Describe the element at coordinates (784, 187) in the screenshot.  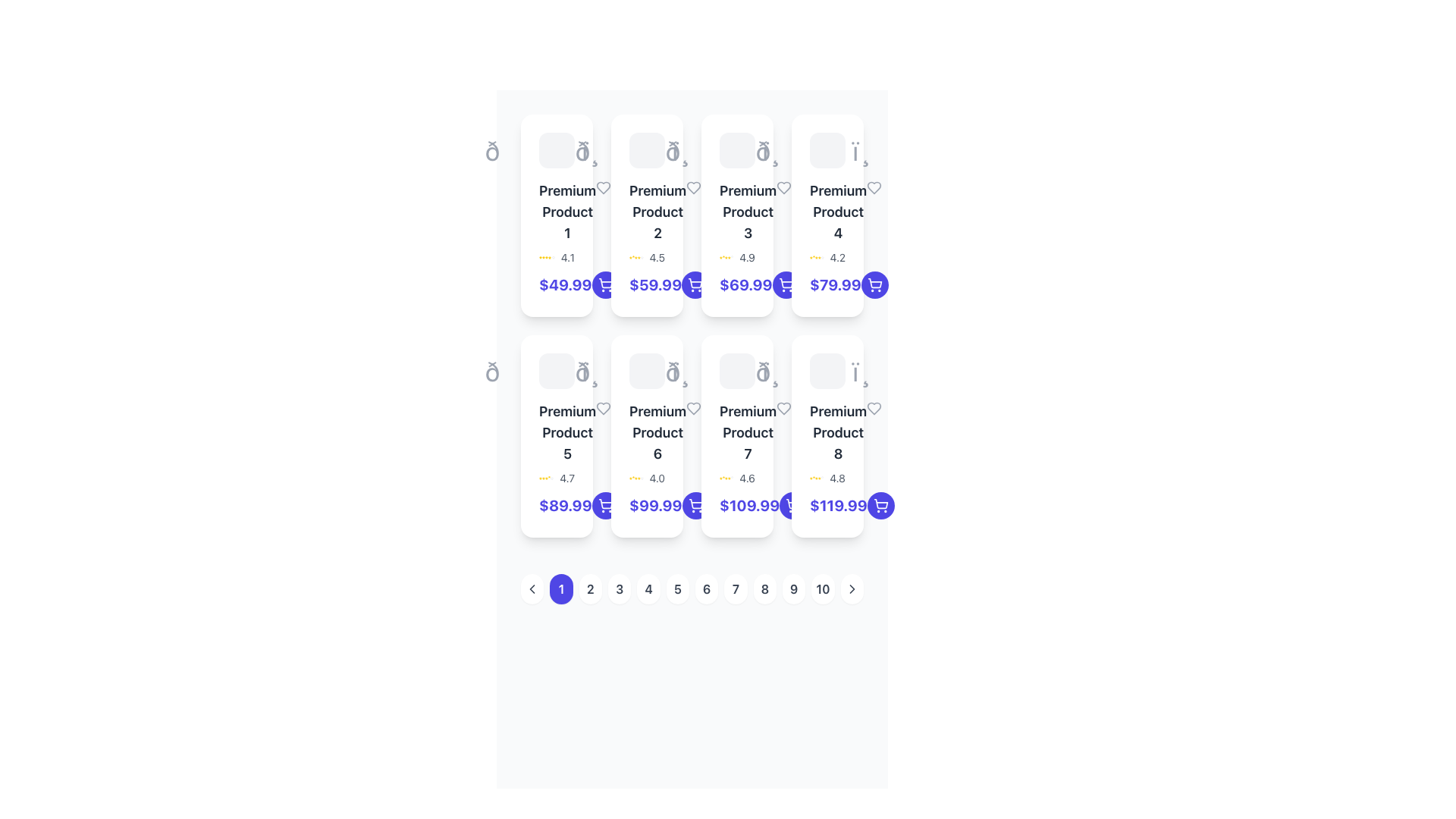
I see `the heart-shaped icon representing the favorite or wishlist feature located in the card of 'Premium Product 3'` at that location.